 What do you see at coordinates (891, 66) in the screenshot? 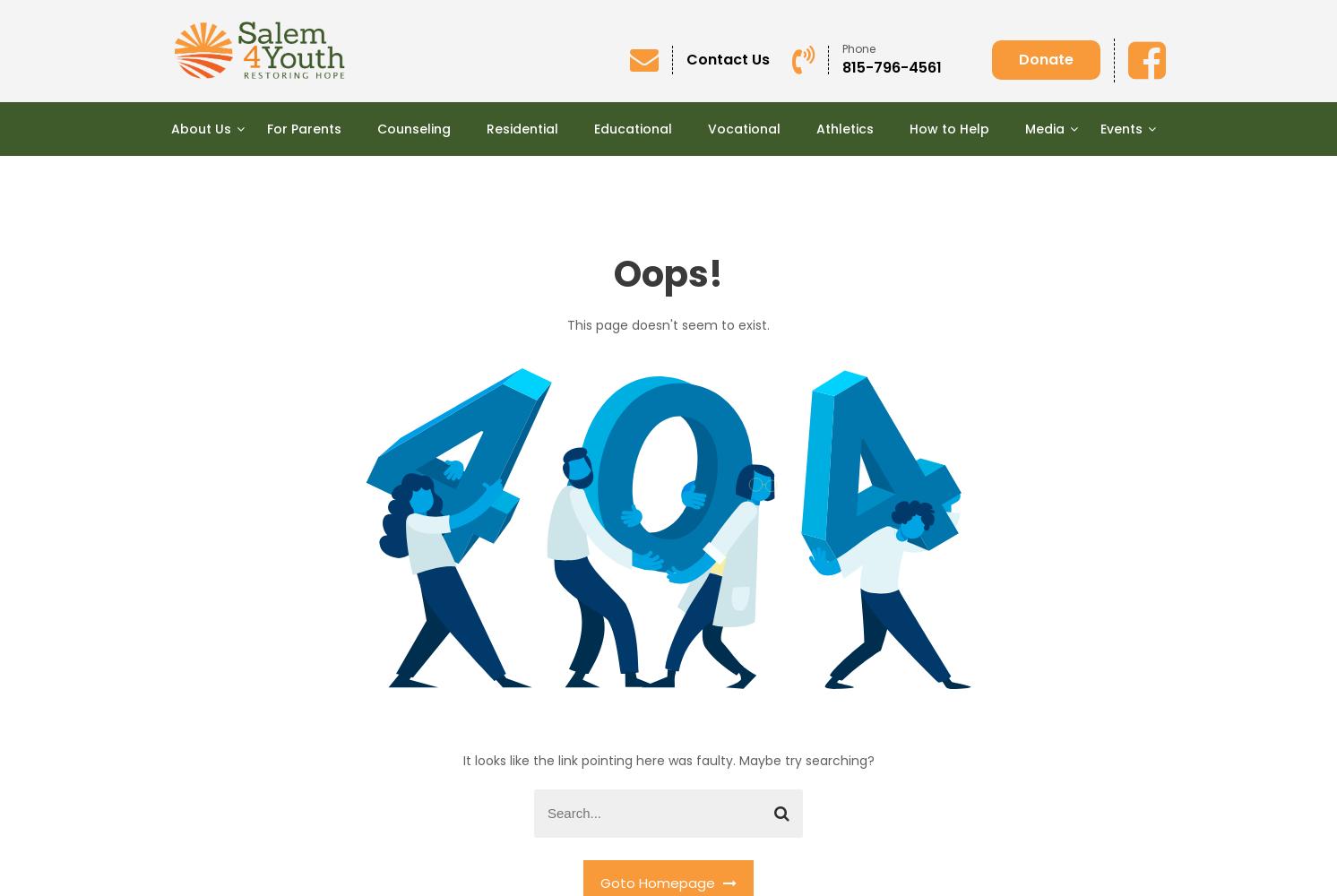
I see `'815-796-4561'` at bounding box center [891, 66].